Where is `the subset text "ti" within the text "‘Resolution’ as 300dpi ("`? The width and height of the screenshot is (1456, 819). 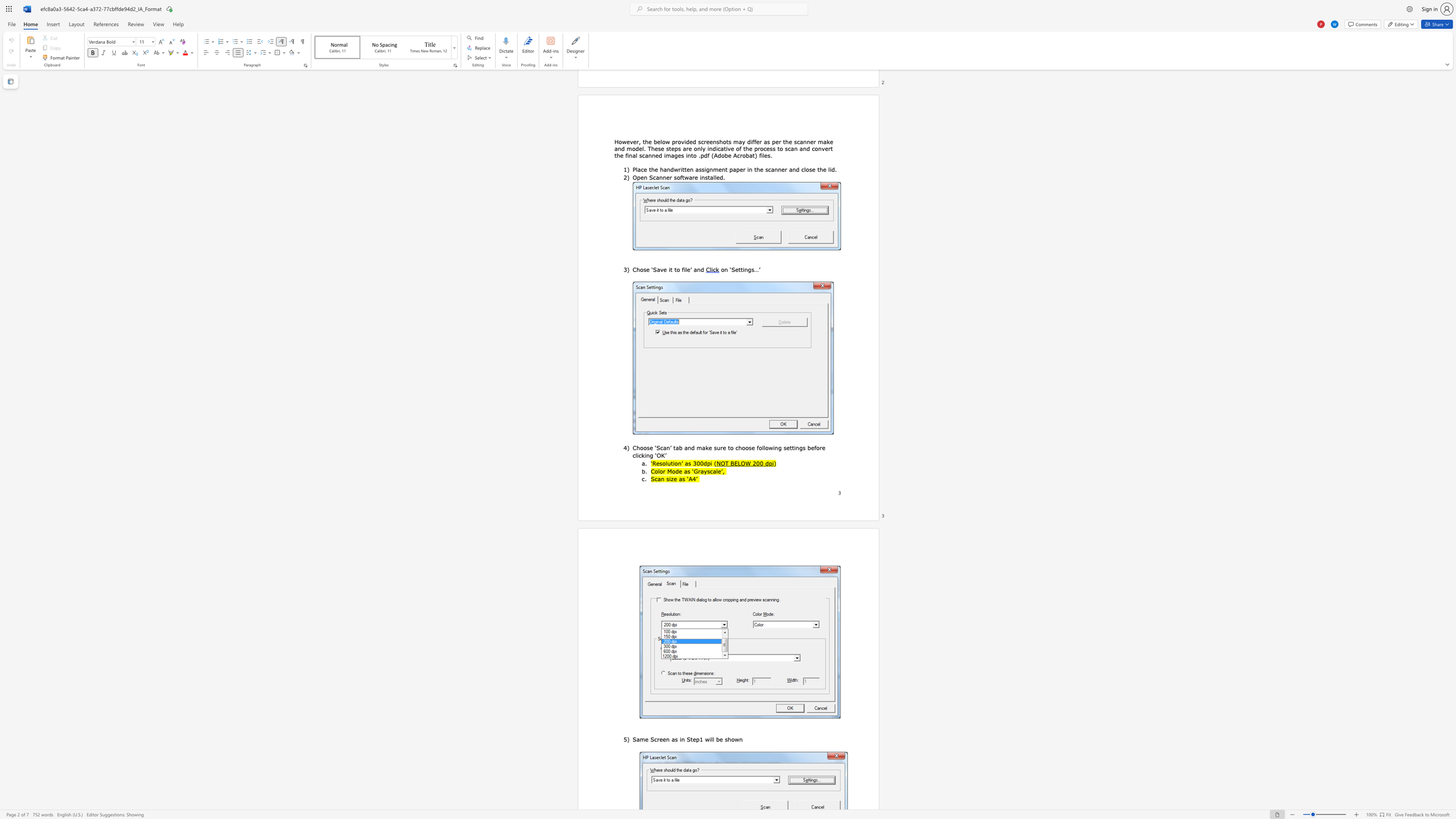 the subset text "ti" within the text "‘Resolution’ as 300dpi (" is located at coordinates (671, 462).